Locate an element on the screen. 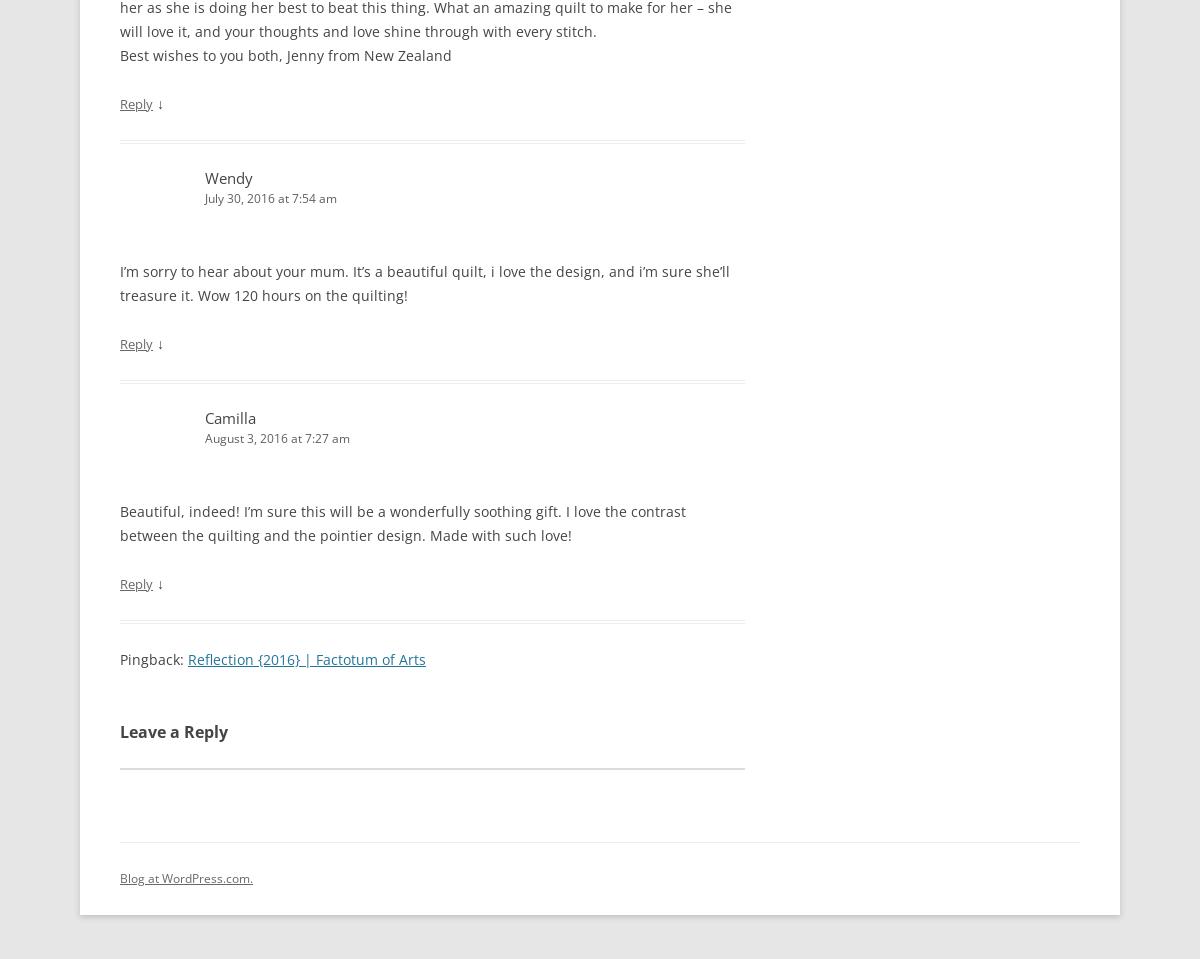 The image size is (1200, 959). 'July 30, 2016 at 7:54 am' is located at coordinates (203, 197).